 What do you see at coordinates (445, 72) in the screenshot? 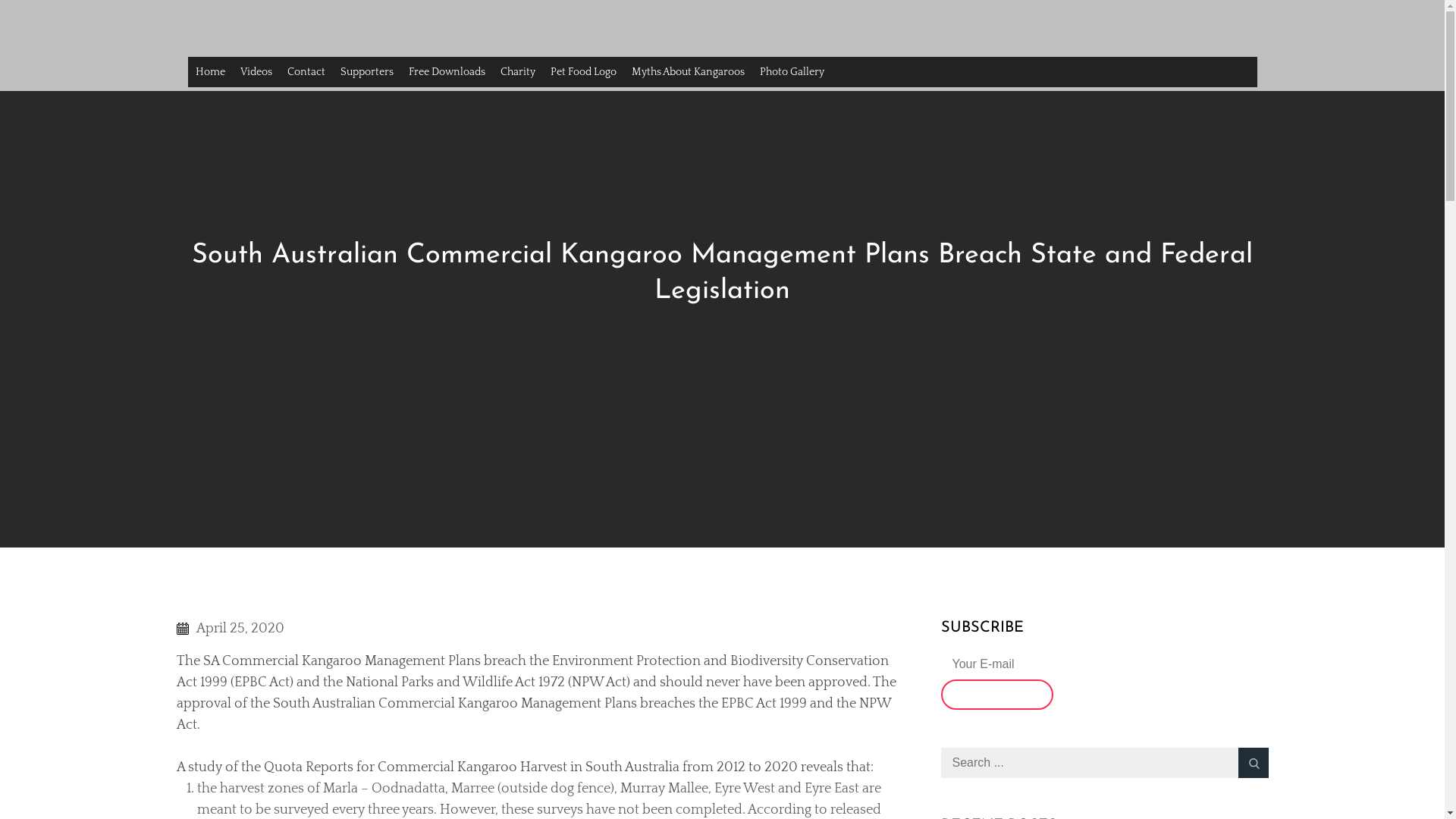
I see `'Free Downloads'` at bounding box center [445, 72].